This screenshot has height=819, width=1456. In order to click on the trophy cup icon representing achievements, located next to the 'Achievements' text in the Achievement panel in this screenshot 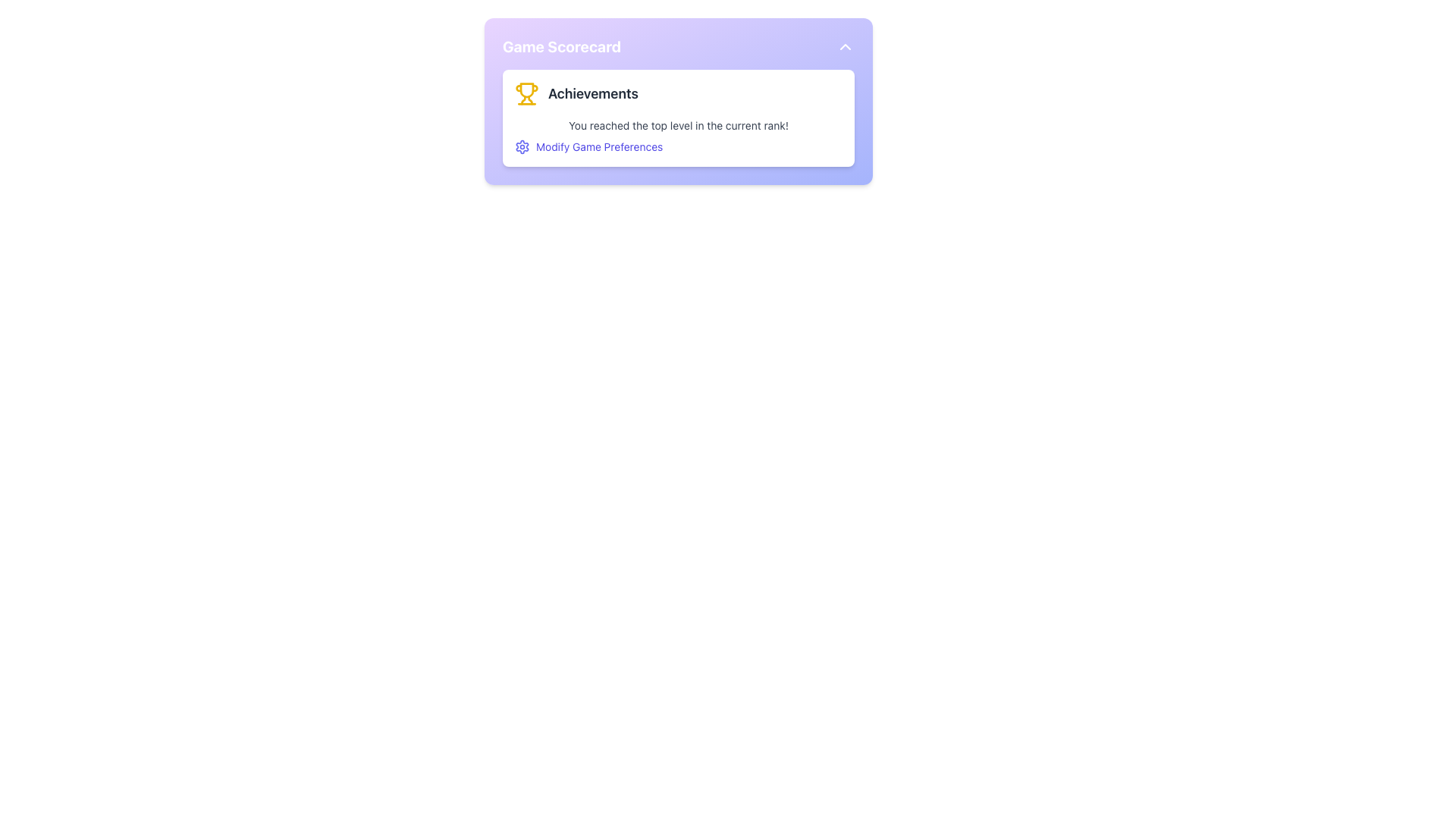, I will do `click(527, 90)`.